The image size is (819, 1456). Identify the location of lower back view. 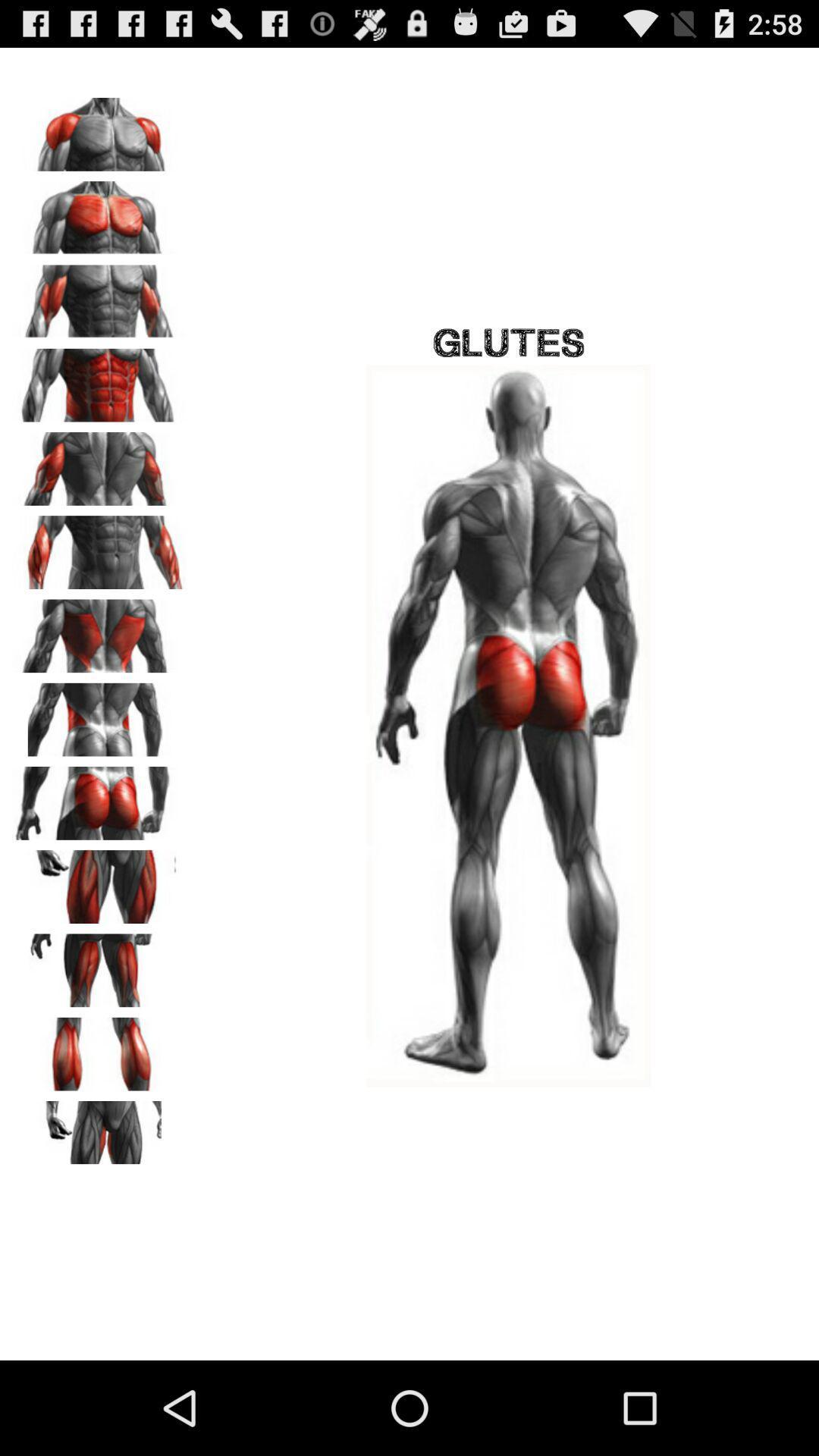
(99, 714).